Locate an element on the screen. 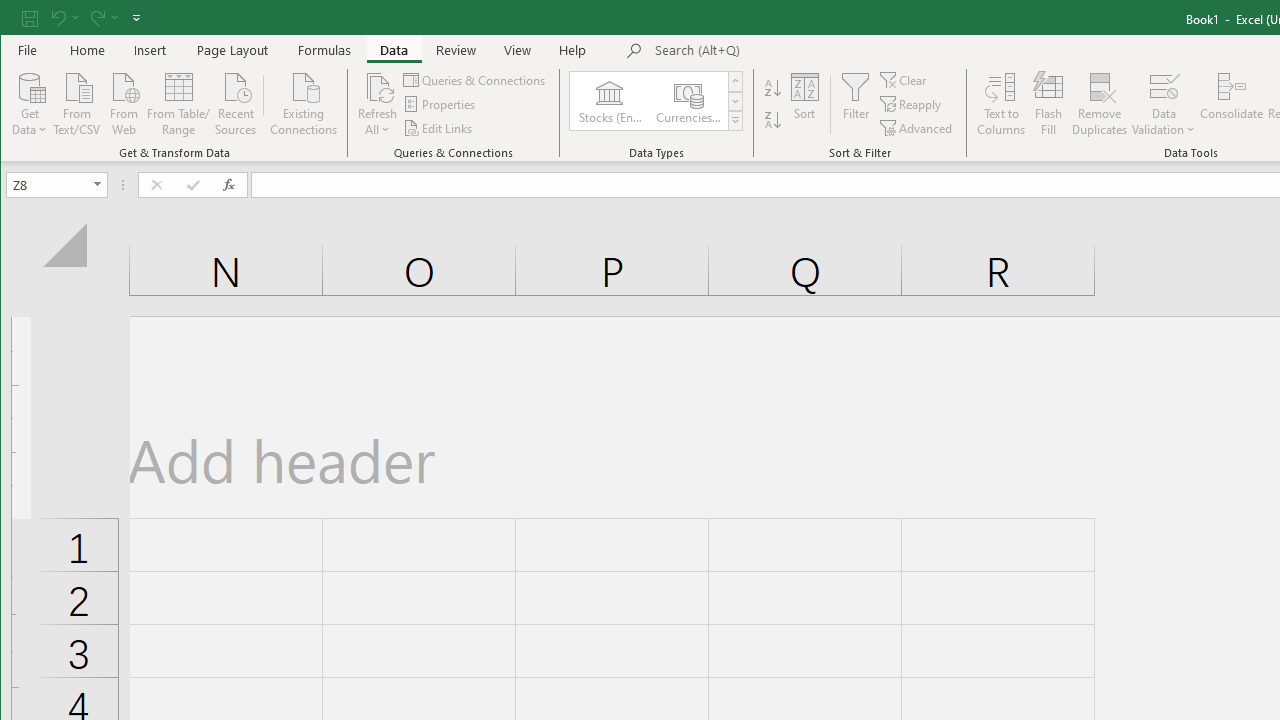 The width and height of the screenshot is (1280, 720). 'Edit Links' is located at coordinates (438, 128).